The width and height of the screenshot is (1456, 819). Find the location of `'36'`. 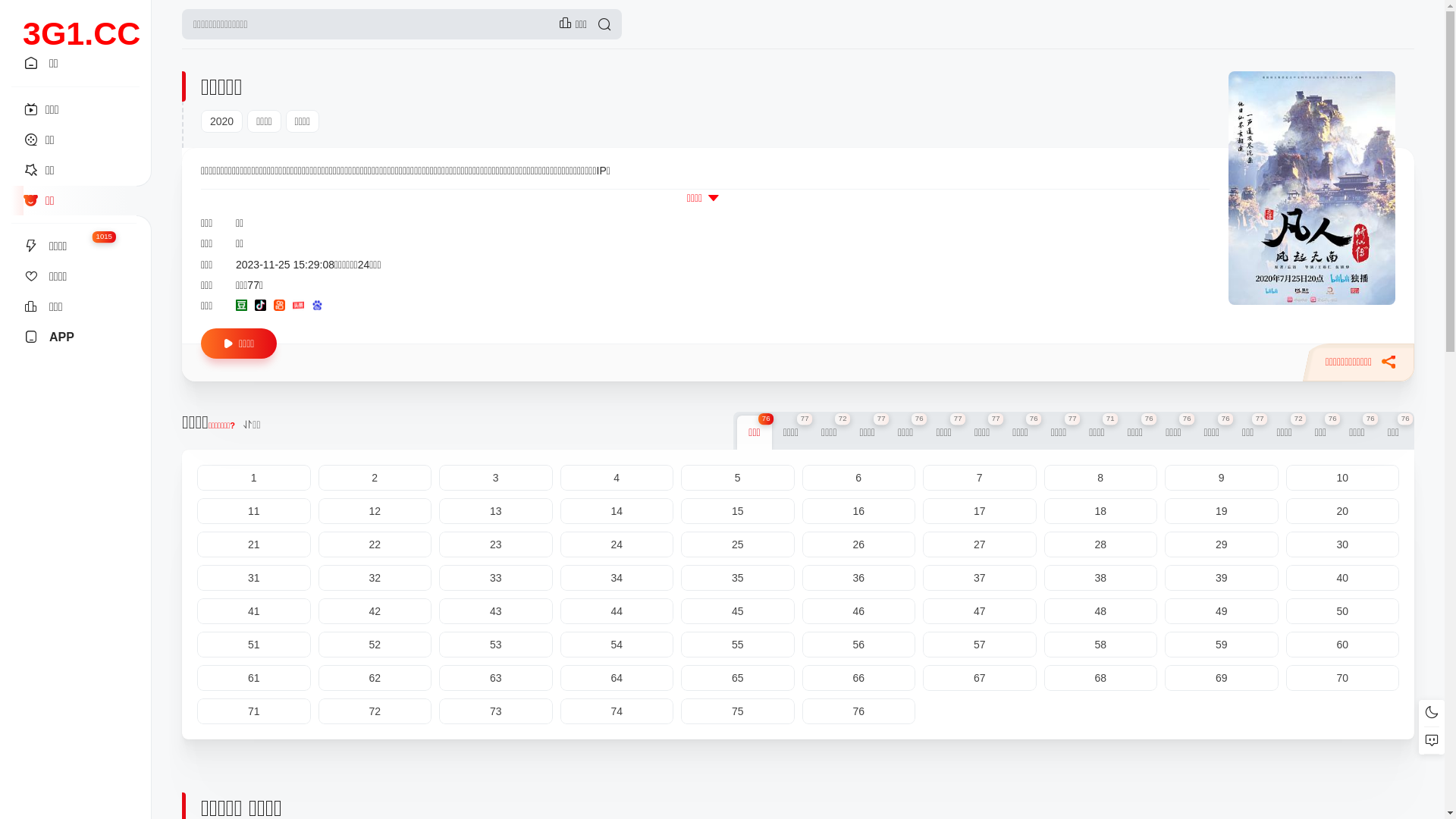

'36' is located at coordinates (858, 578).